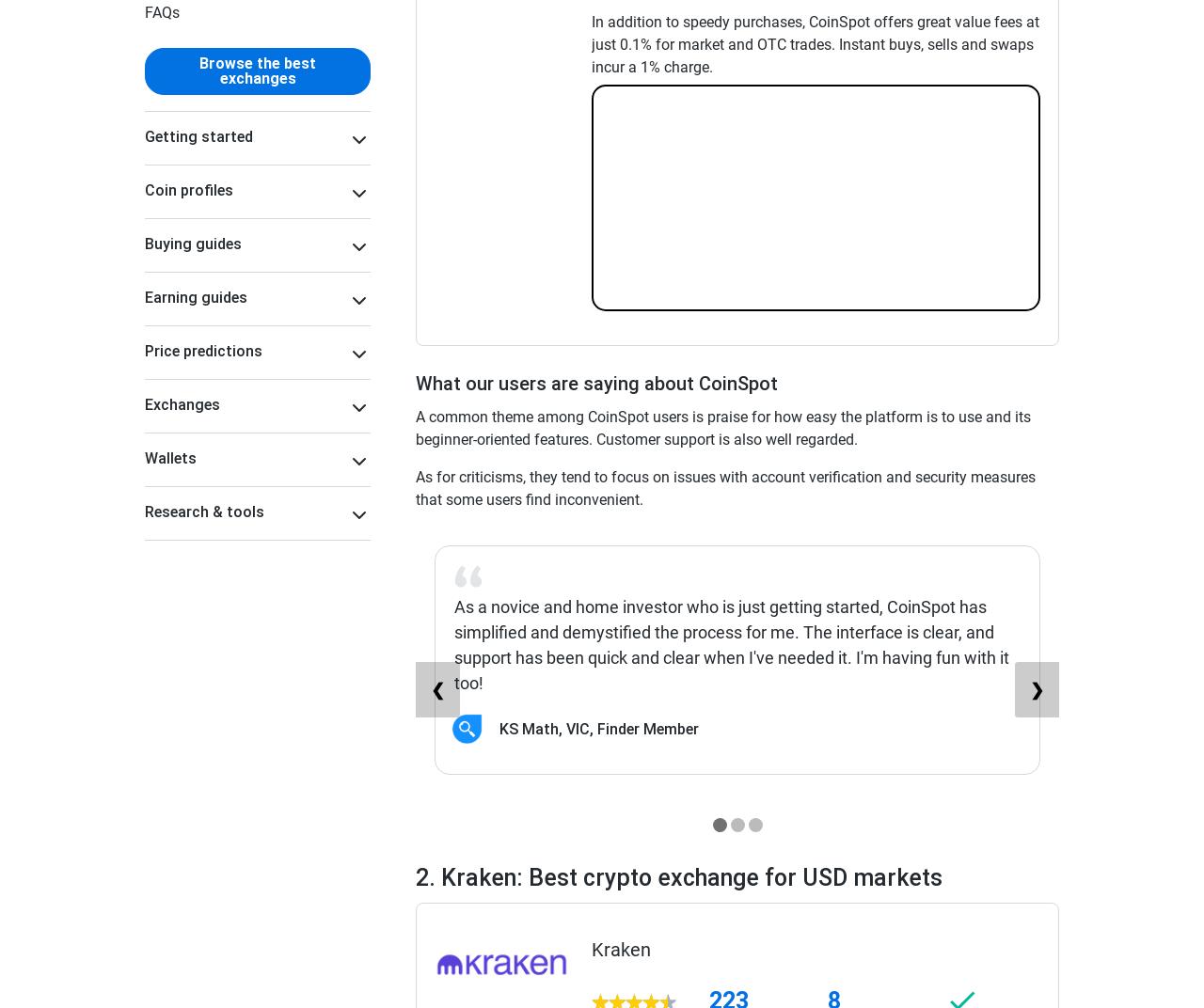 This screenshot has width=1204, height=1008. I want to click on 'Buying guides', so click(193, 243).